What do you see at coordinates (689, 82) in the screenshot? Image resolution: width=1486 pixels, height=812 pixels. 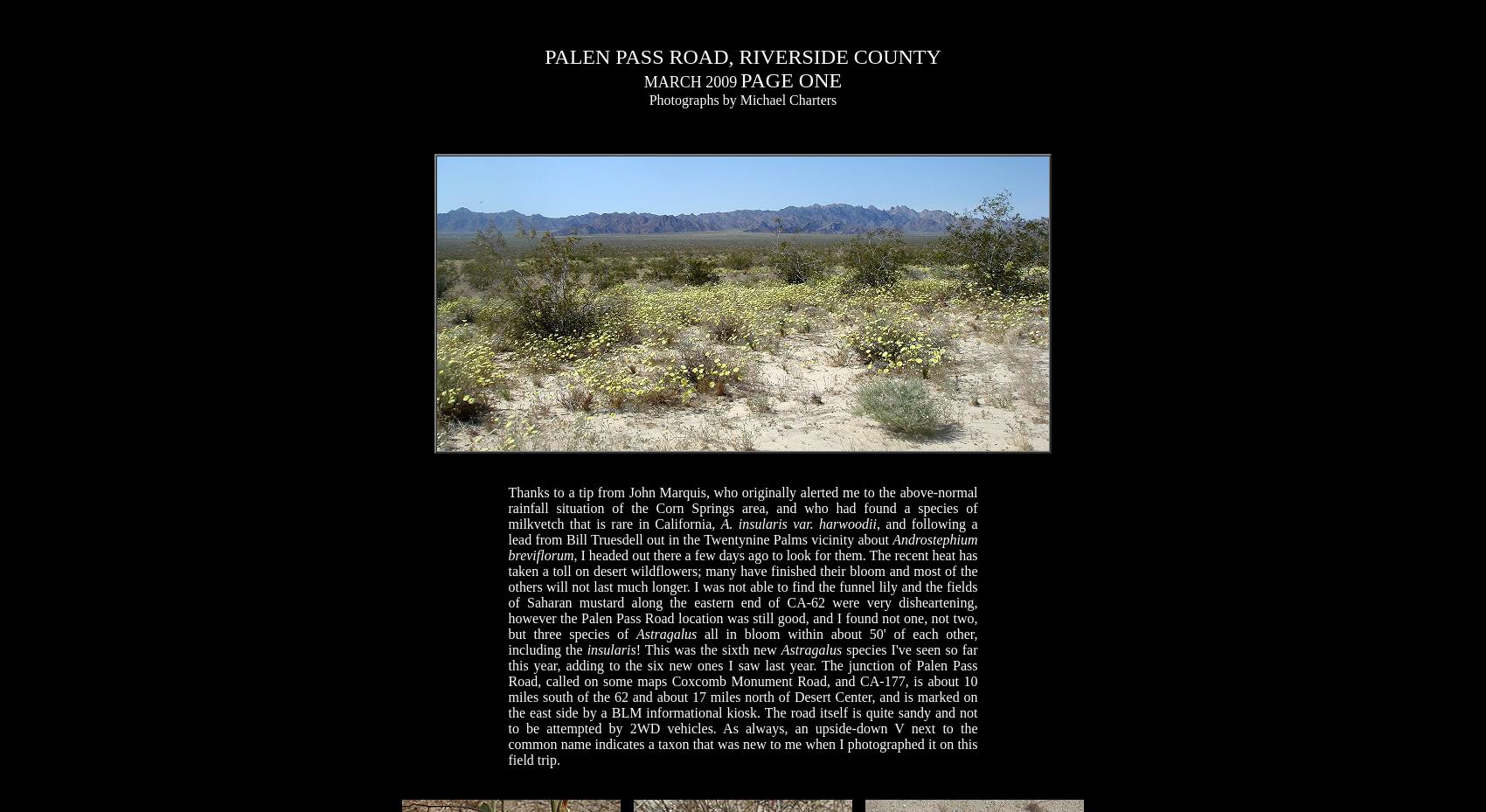 I see `'MARCH 2009'` at bounding box center [689, 82].